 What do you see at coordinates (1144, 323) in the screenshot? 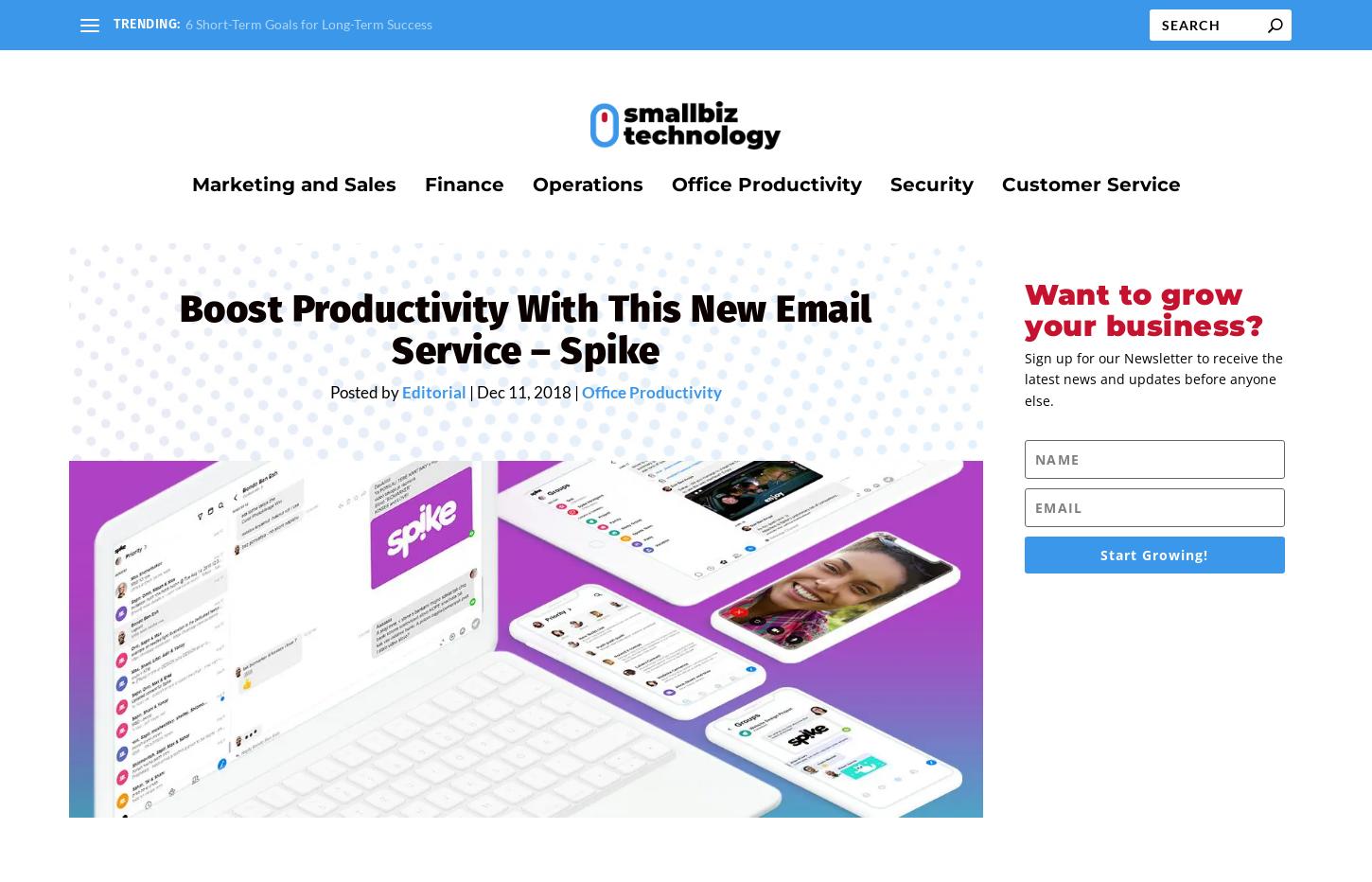
I see `'Want to grow your business?'` at bounding box center [1144, 323].